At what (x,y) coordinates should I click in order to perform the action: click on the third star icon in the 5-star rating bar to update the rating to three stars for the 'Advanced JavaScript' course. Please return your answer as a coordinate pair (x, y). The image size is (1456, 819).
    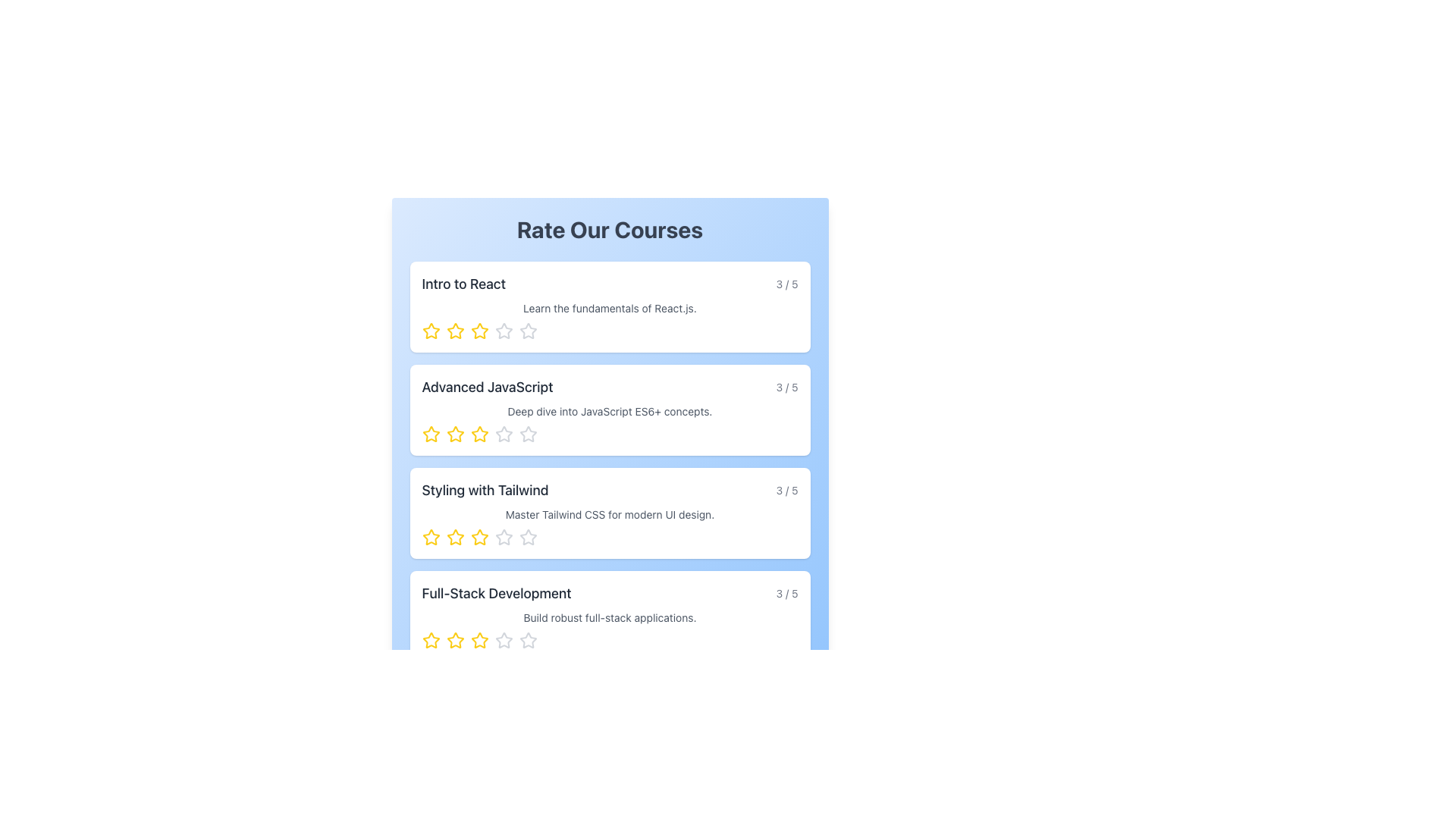
    Looking at the image, I should click on (504, 434).